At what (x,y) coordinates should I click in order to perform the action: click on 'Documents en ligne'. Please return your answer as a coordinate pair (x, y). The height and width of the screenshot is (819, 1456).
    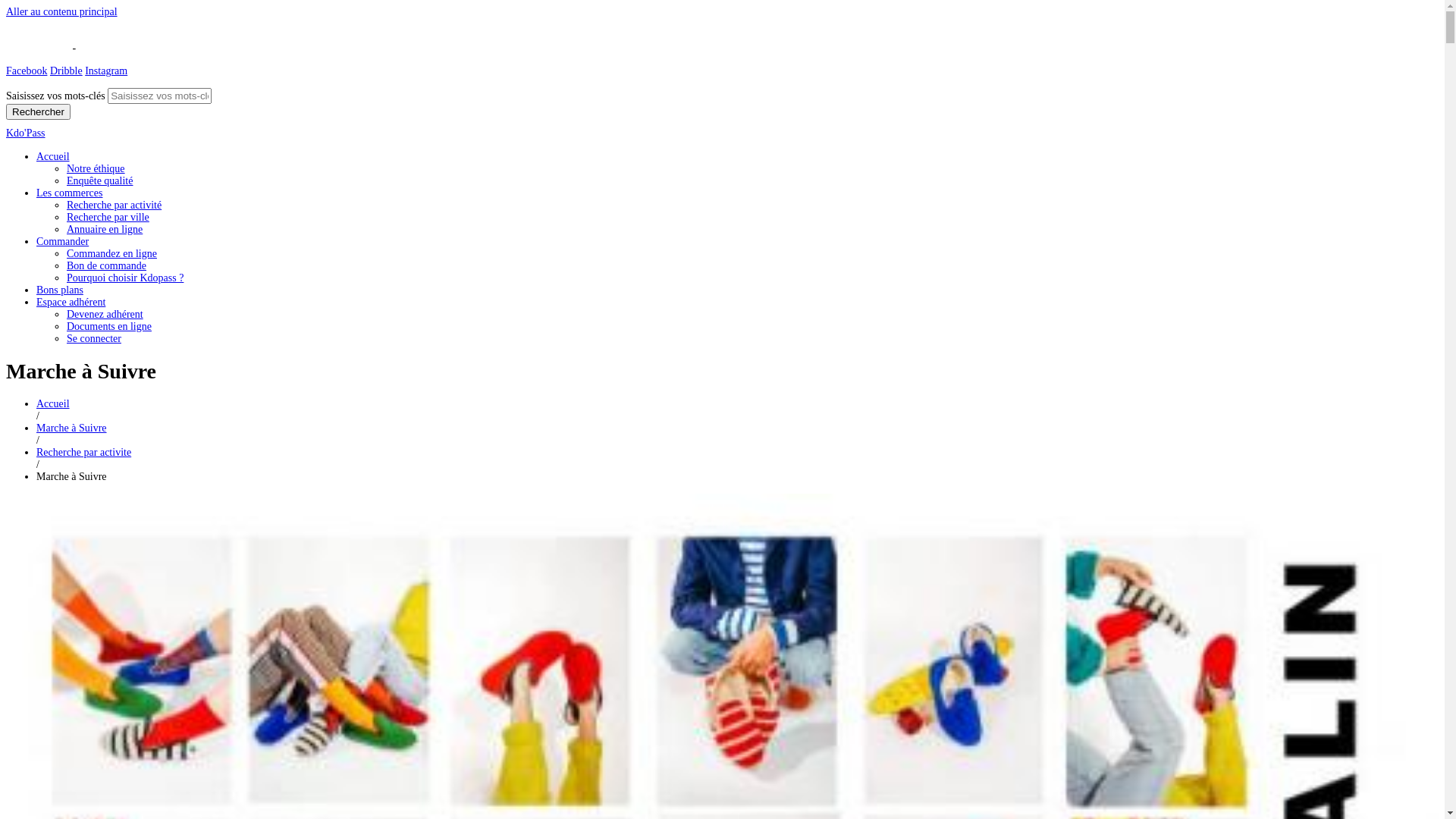
    Looking at the image, I should click on (108, 325).